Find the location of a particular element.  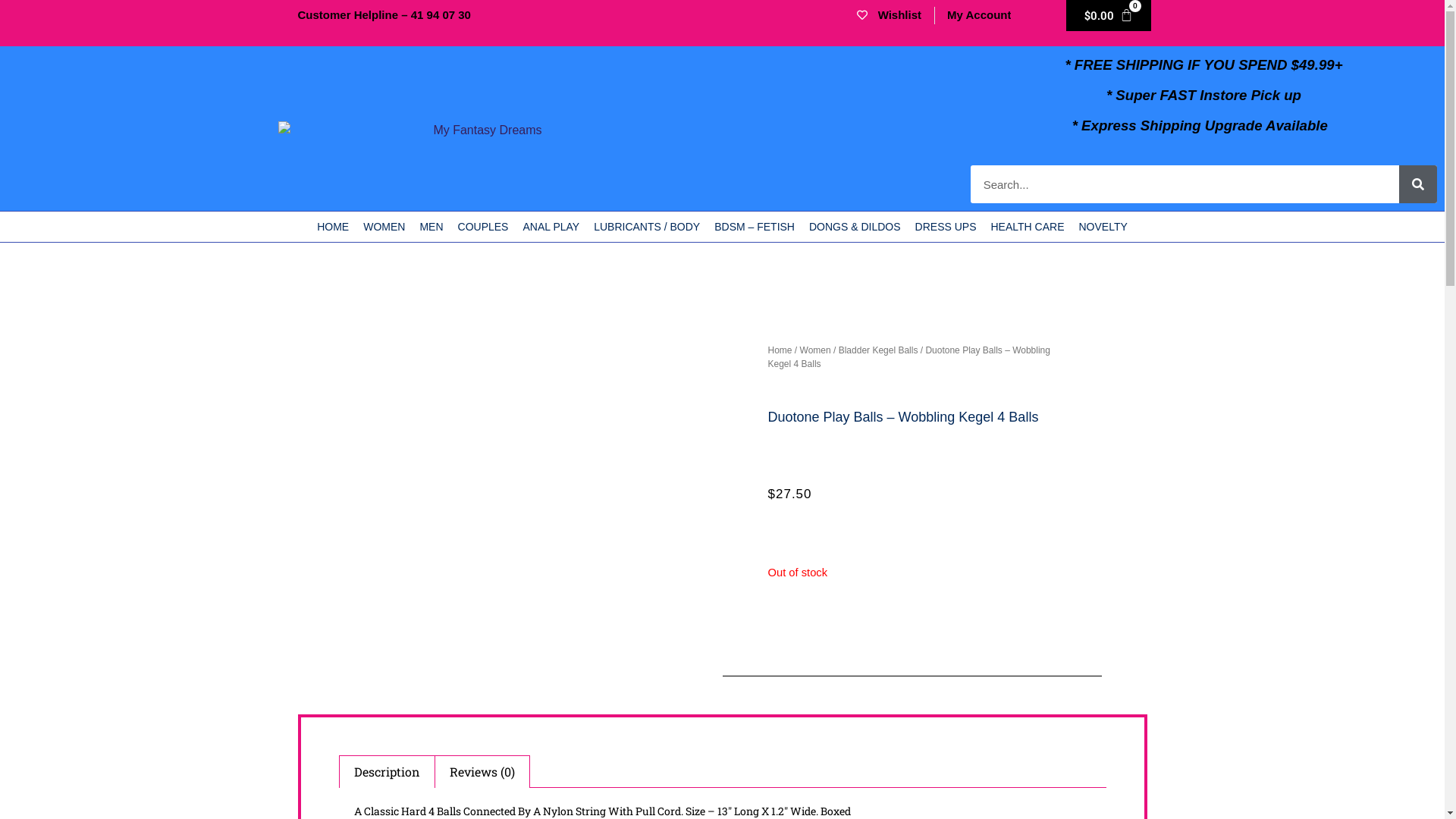

'Description' is located at coordinates (338, 772).